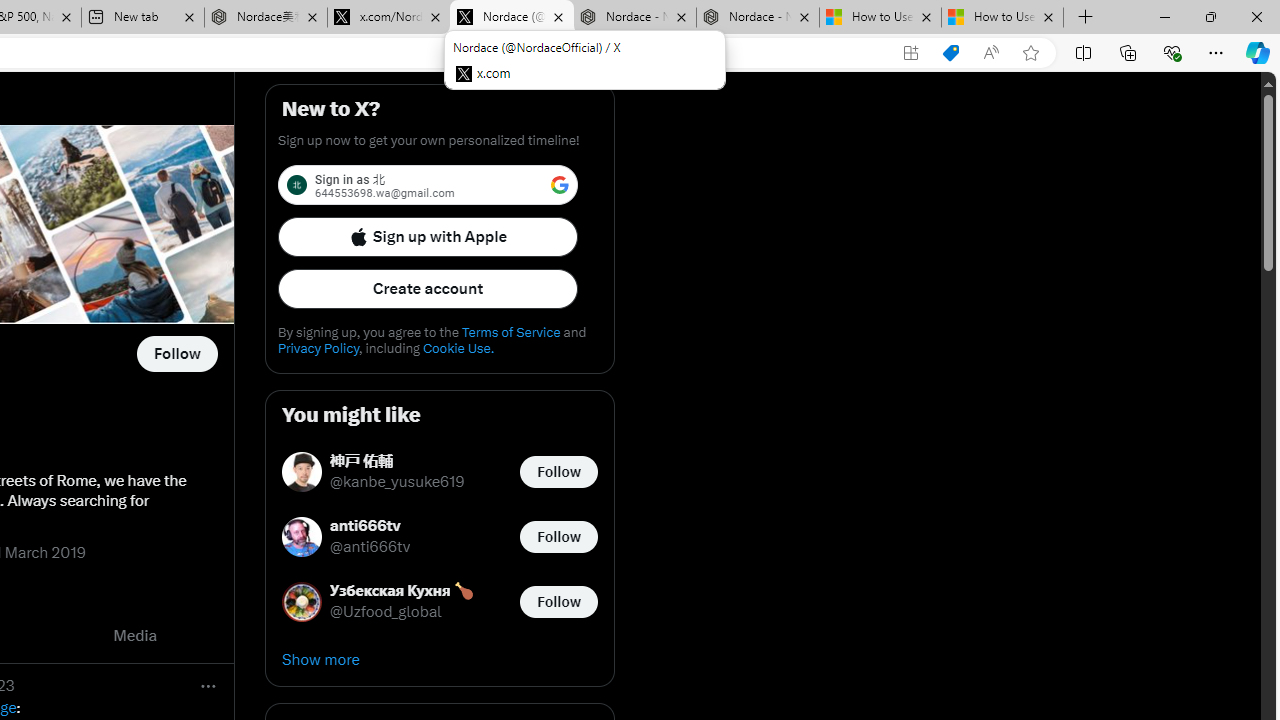 The image size is (1280, 720). What do you see at coordinates (370, 547) in the screenshot?
I see `'@anti666tv'` at bounding box center [370, 547].